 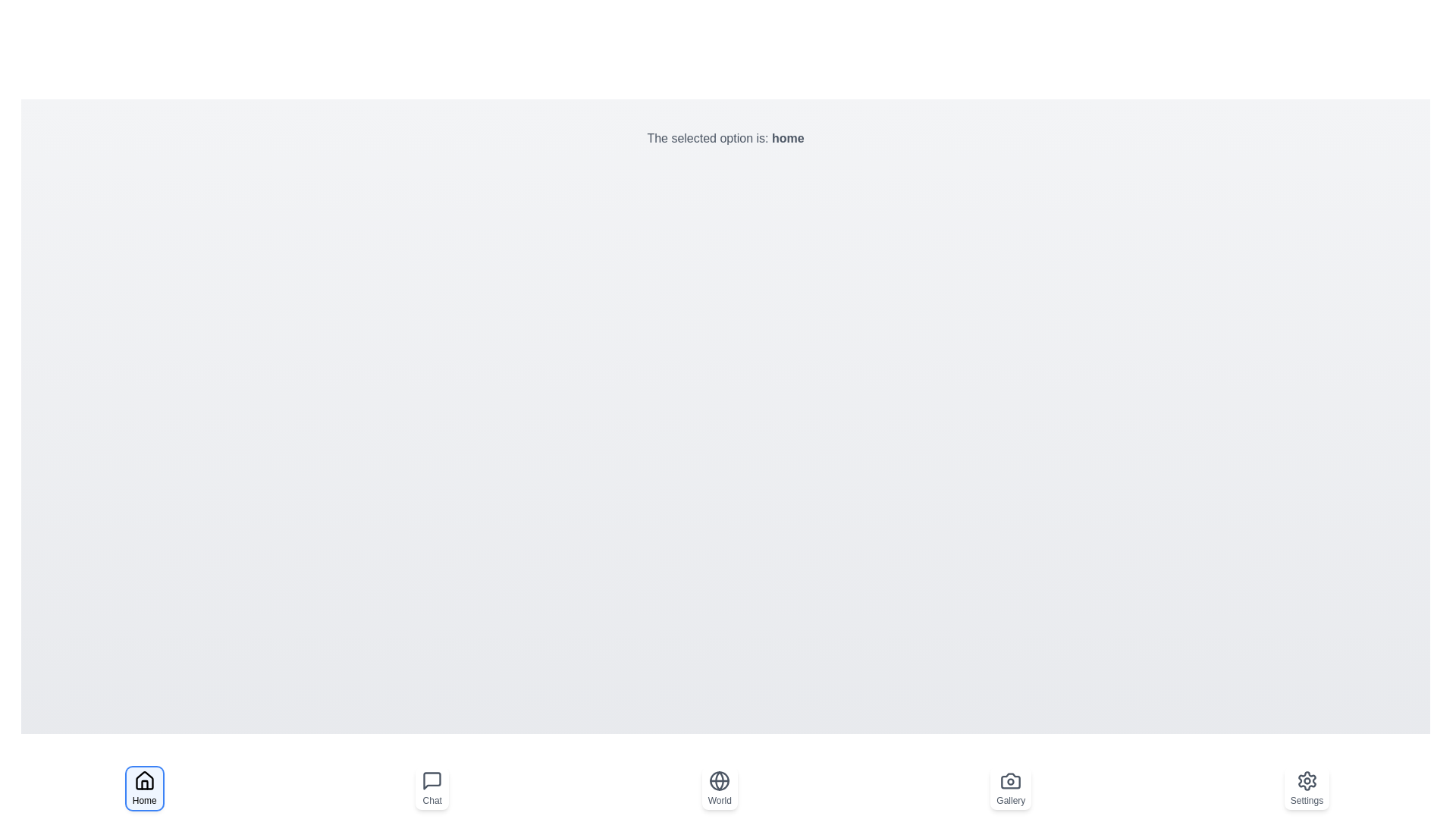 What do you see at coordinates (719, 788) in the screenshot?
I see `the World button to observe the visual changes` at bounding box center [719, 788].